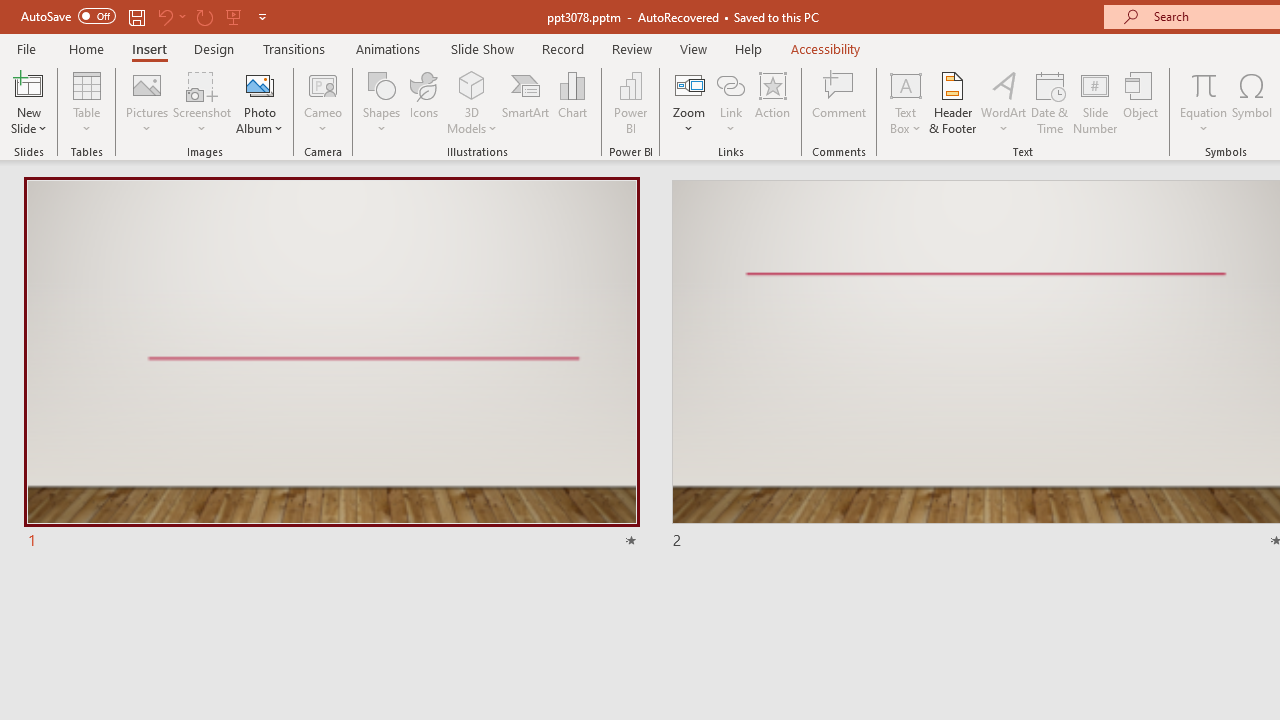 This screenshot has height=720, width=1280. I want to click on 'Comment', so click(839, 103).